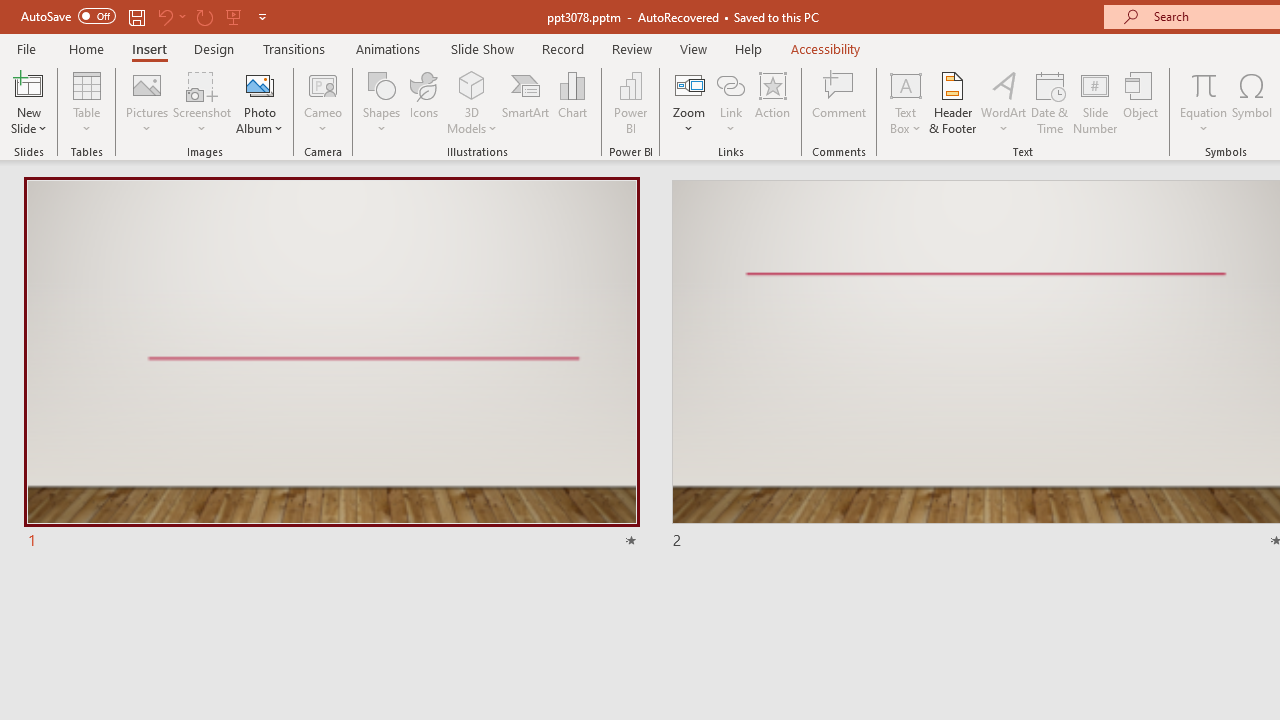 This screenshot has height=720, width=1280. I want to click on 'Comment', so click(839, 103).